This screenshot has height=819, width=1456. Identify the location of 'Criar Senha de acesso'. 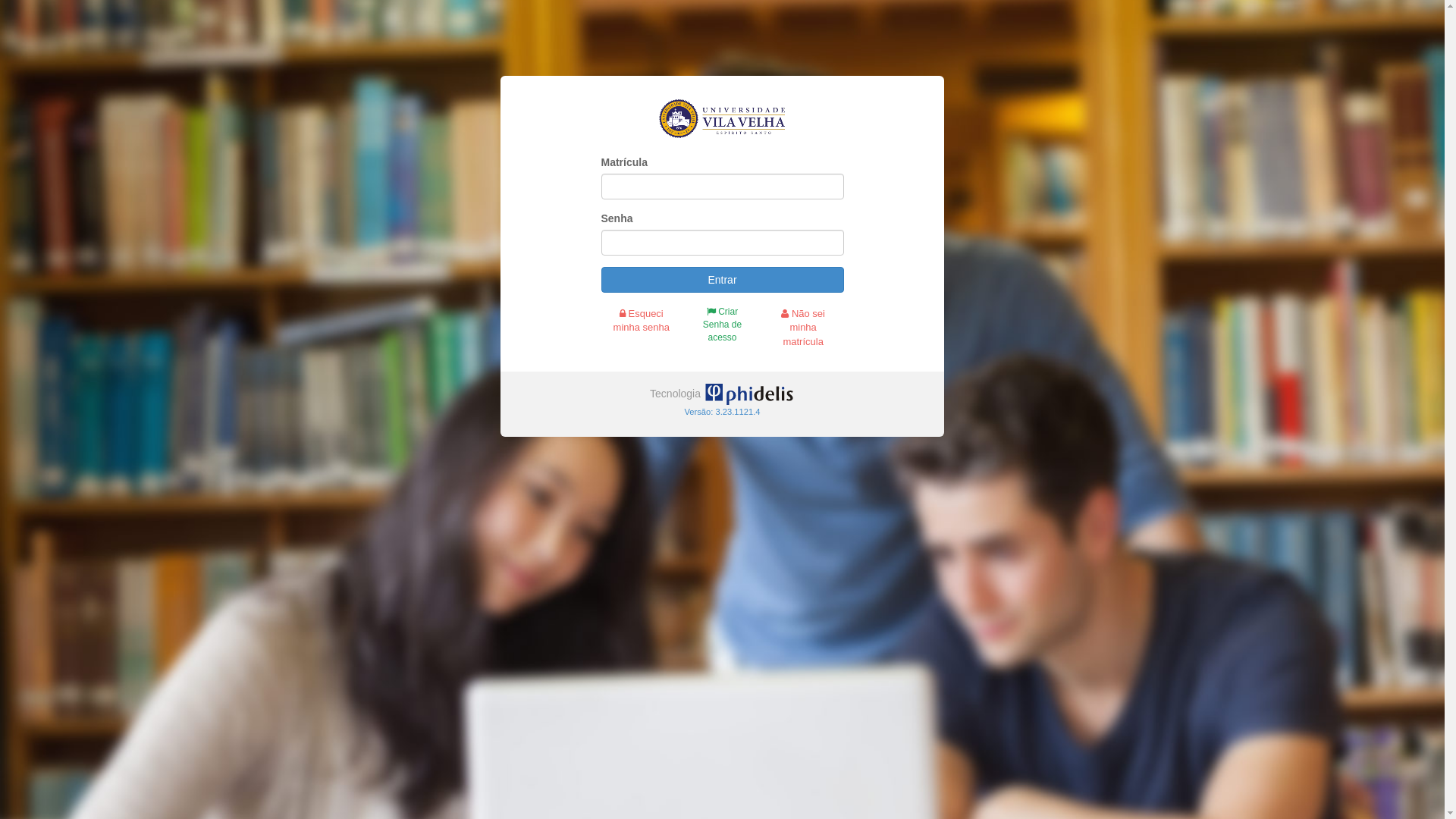
(721, 318).